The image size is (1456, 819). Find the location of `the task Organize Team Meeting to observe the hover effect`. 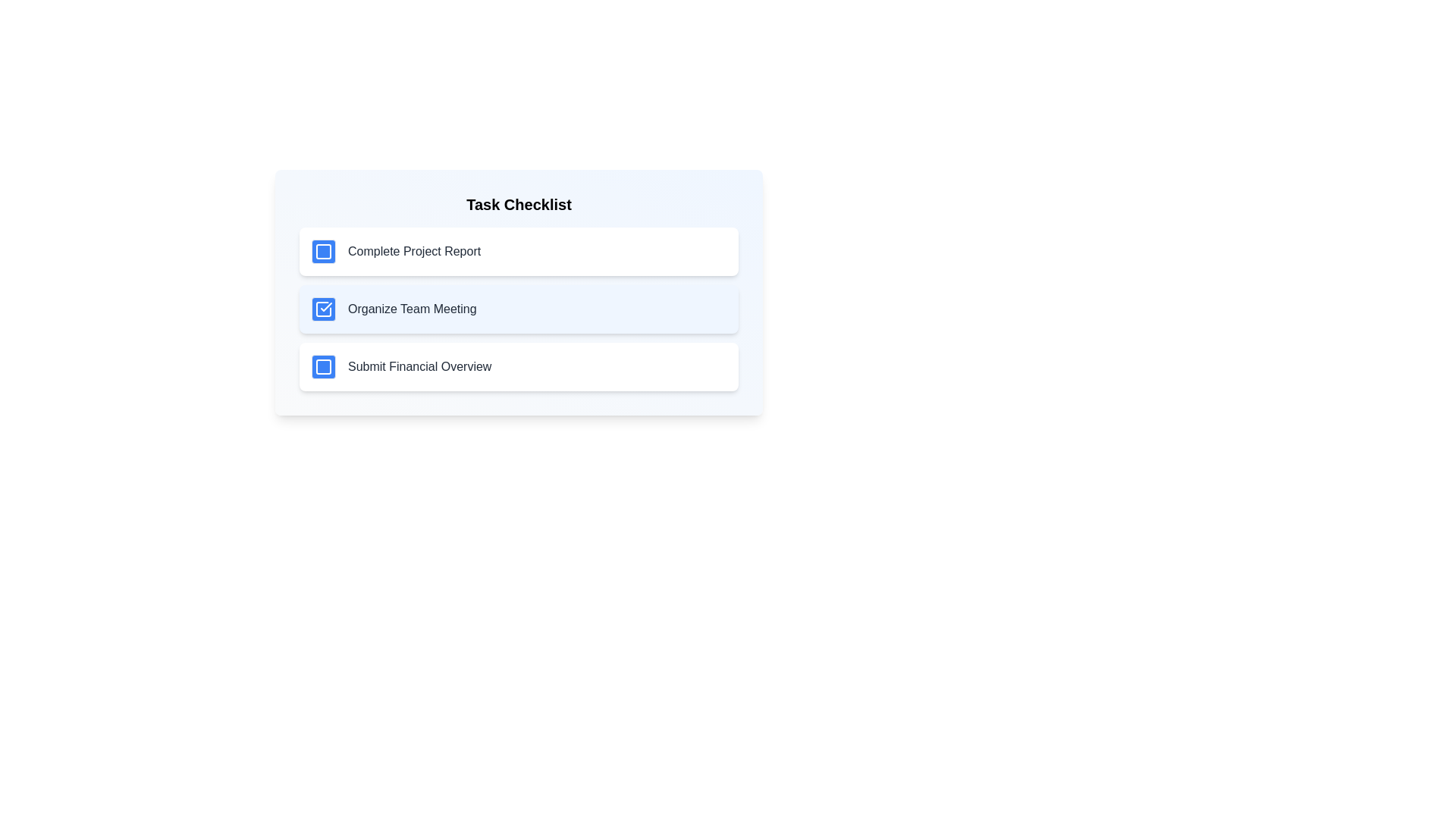

the task Organize Team Meeting to observe the hover effect is located at coordinates (519, 309).